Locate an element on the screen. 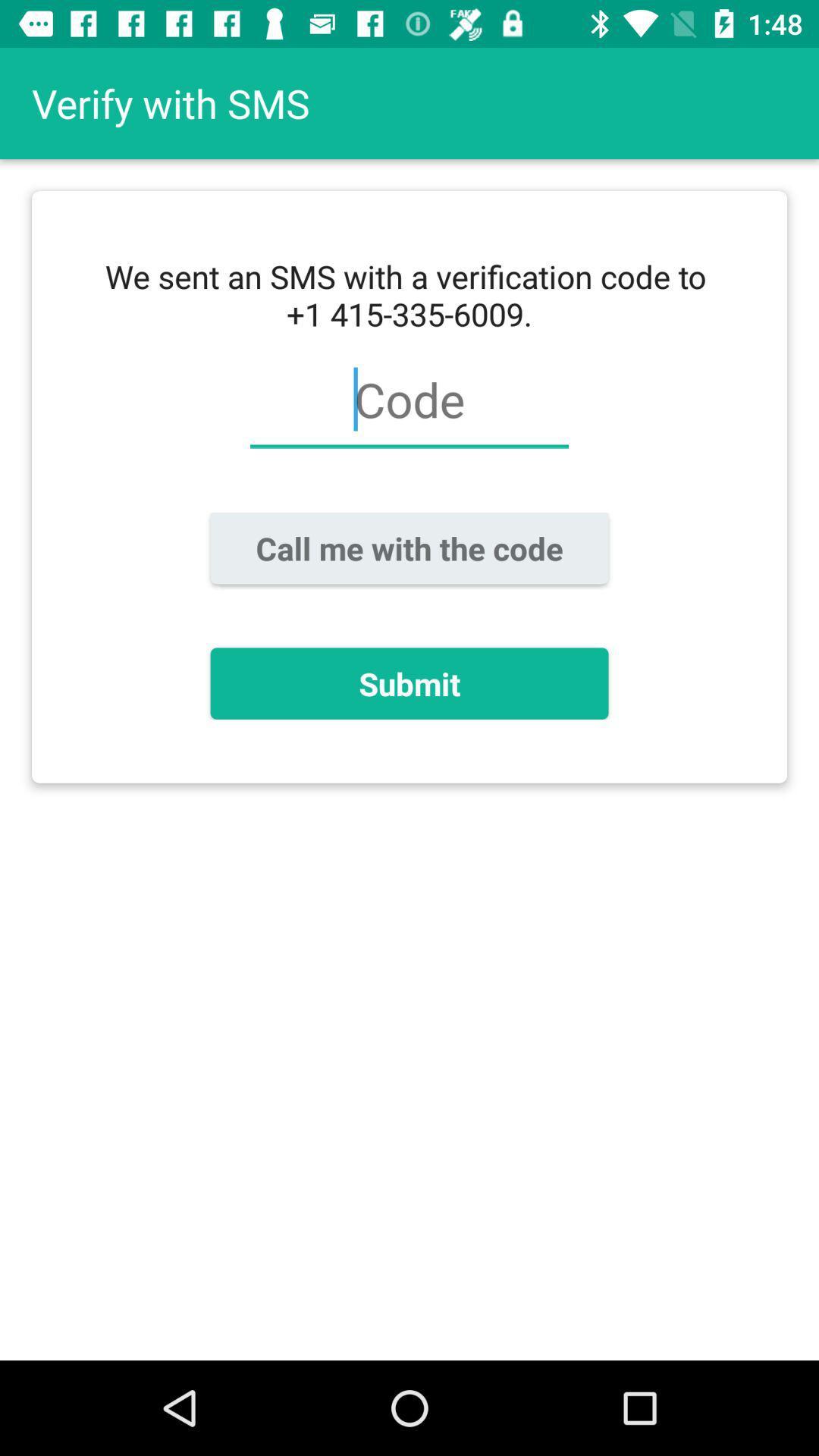  submit is located at coordinates (409, 682).